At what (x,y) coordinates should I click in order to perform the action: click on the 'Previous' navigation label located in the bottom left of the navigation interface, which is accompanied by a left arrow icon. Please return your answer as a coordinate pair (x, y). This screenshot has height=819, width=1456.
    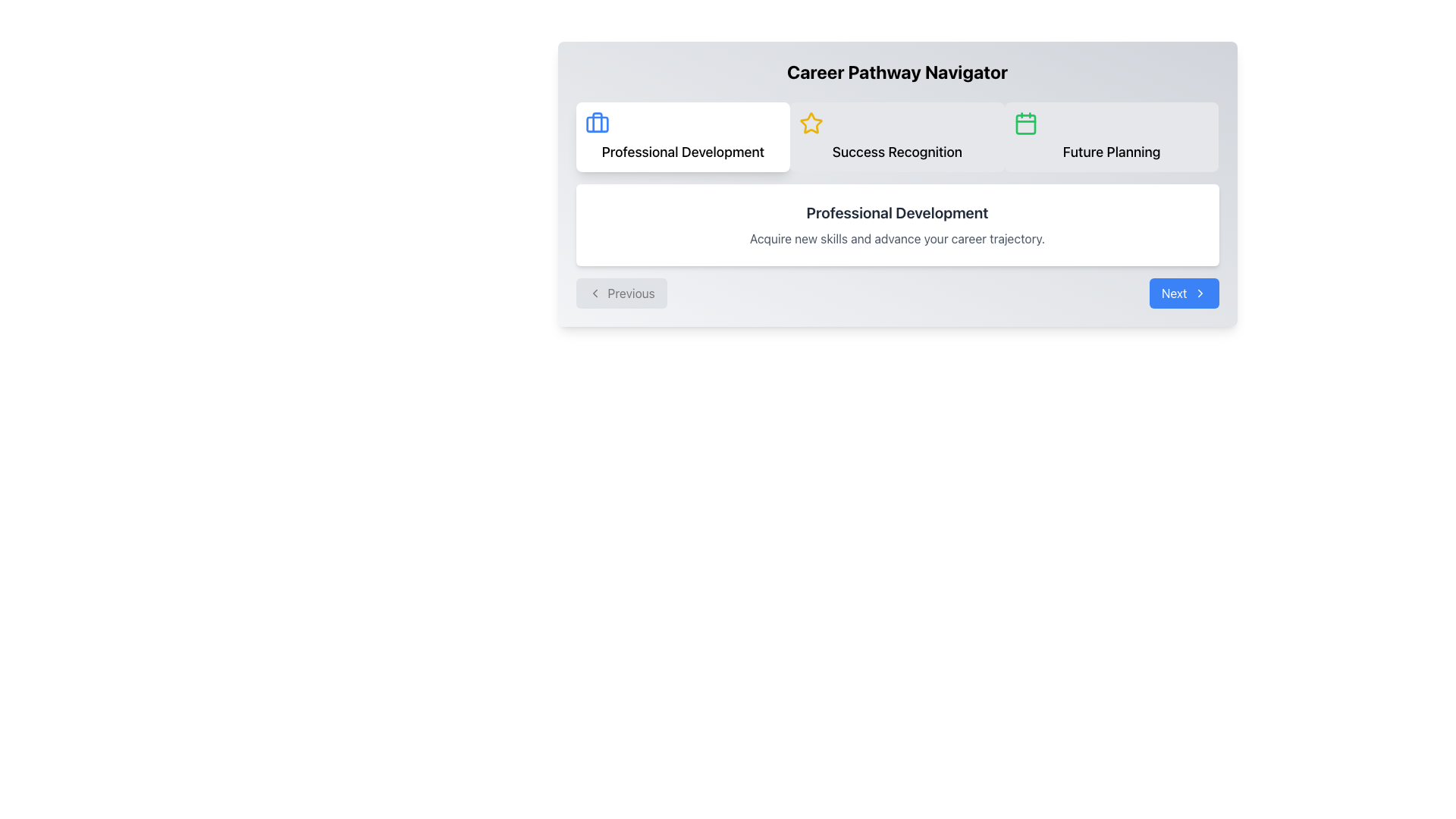
    Looking at the image, I should click on (631, 293).